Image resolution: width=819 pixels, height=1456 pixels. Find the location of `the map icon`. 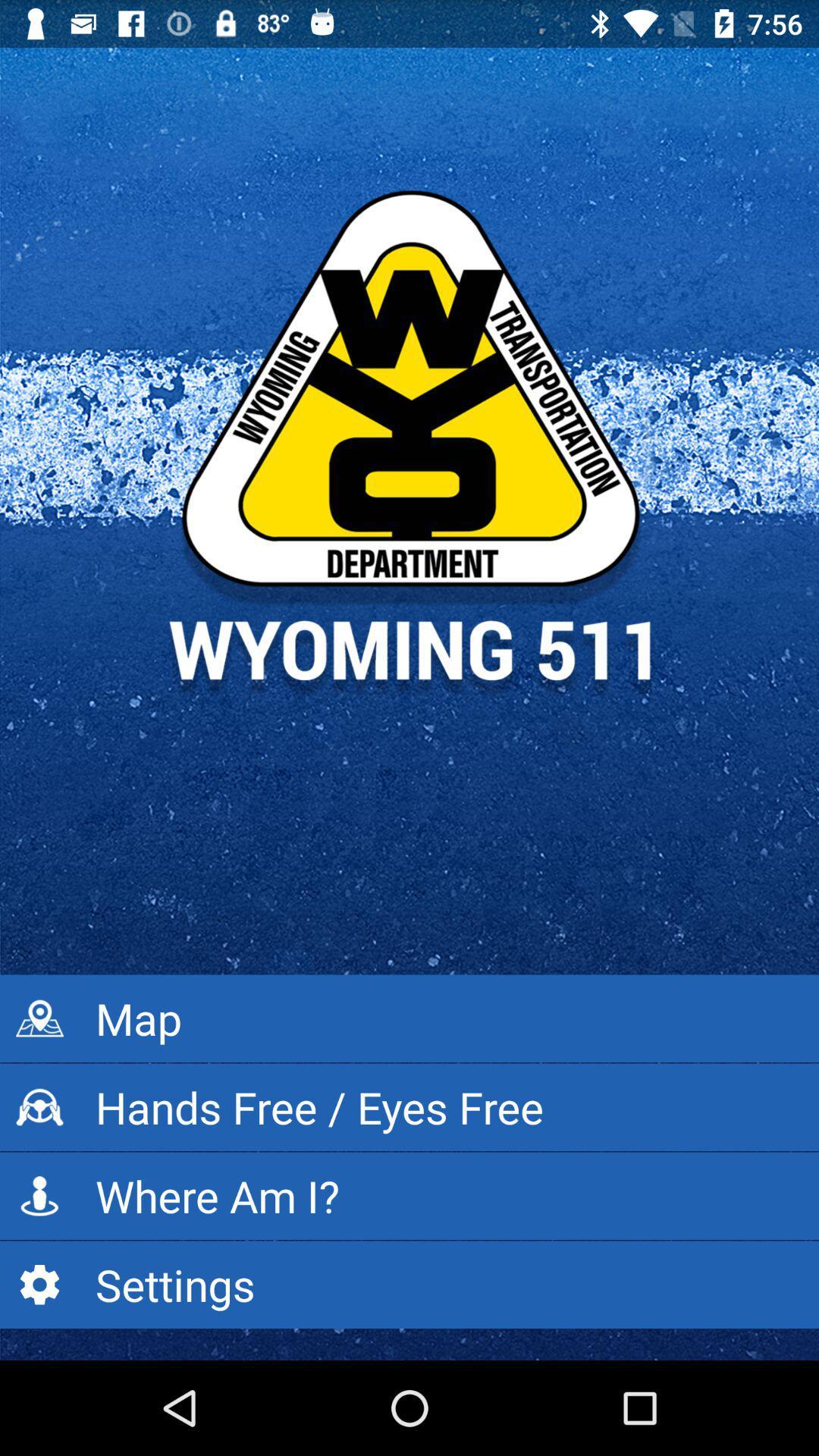

the map icon is located at coordinates (409, 1018).